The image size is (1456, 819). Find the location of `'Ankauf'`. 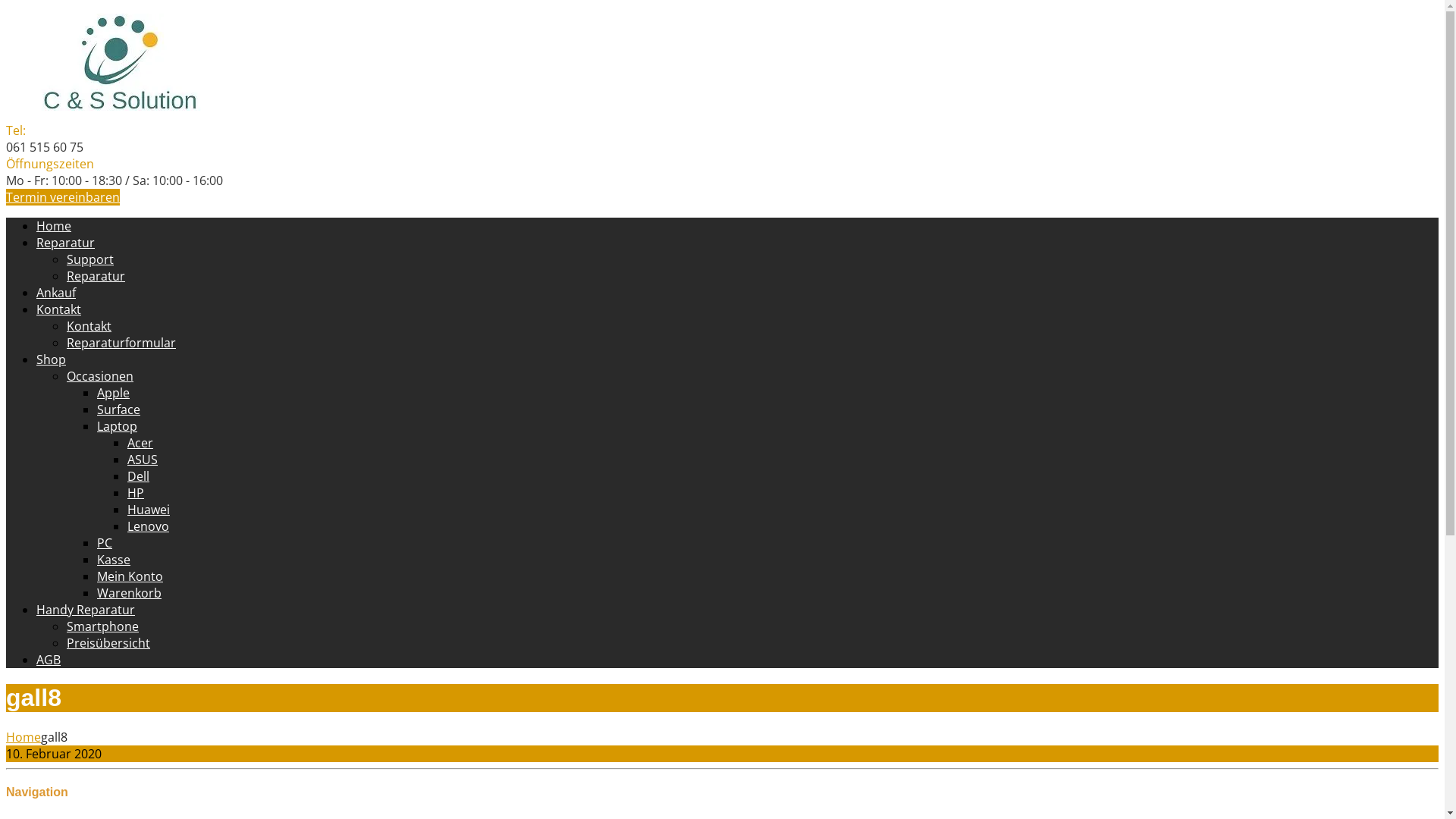

'Ankauf' is located at coordinates (55, 292).